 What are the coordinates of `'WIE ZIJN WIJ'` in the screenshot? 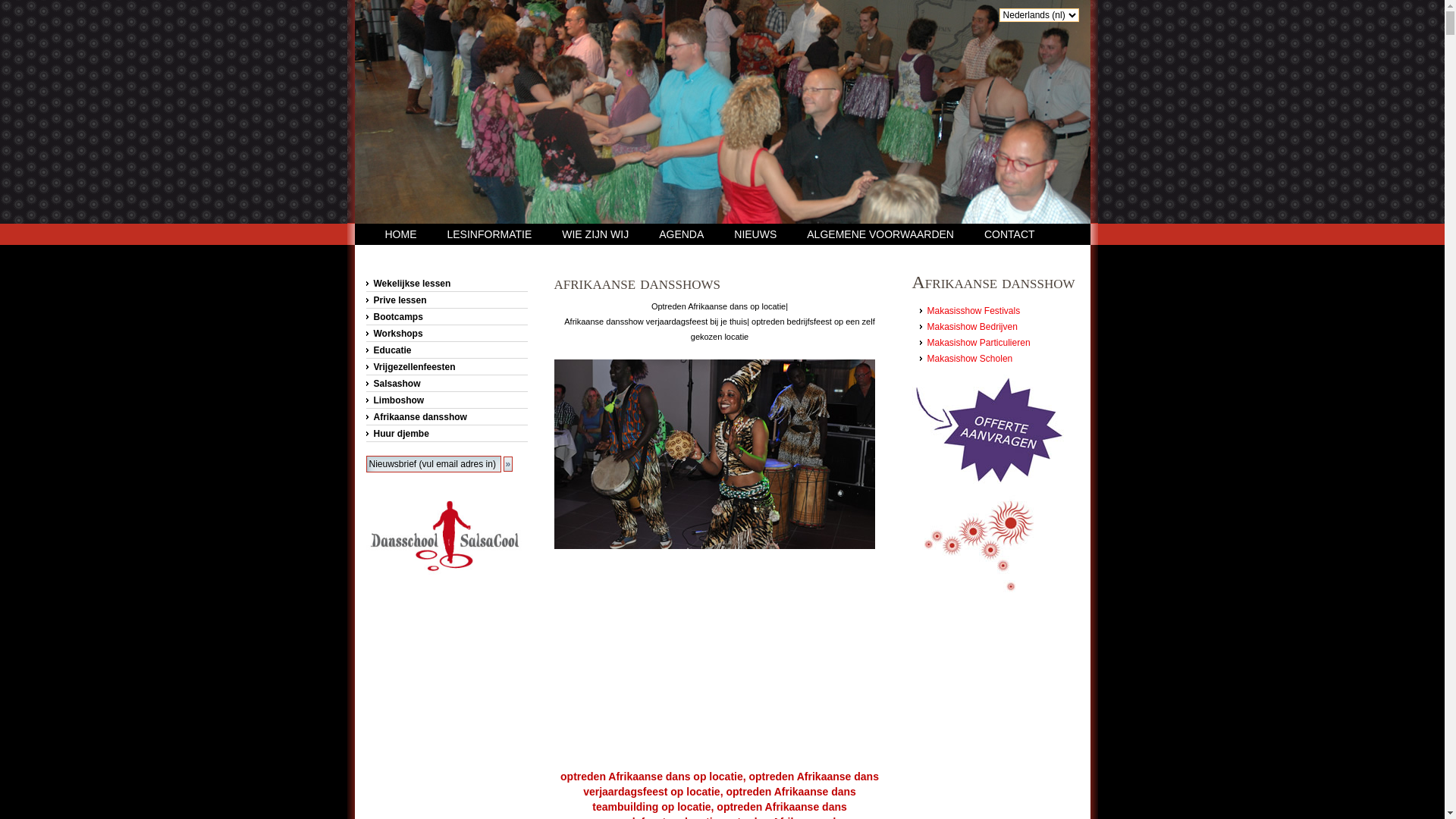 It's located at (560, 234).